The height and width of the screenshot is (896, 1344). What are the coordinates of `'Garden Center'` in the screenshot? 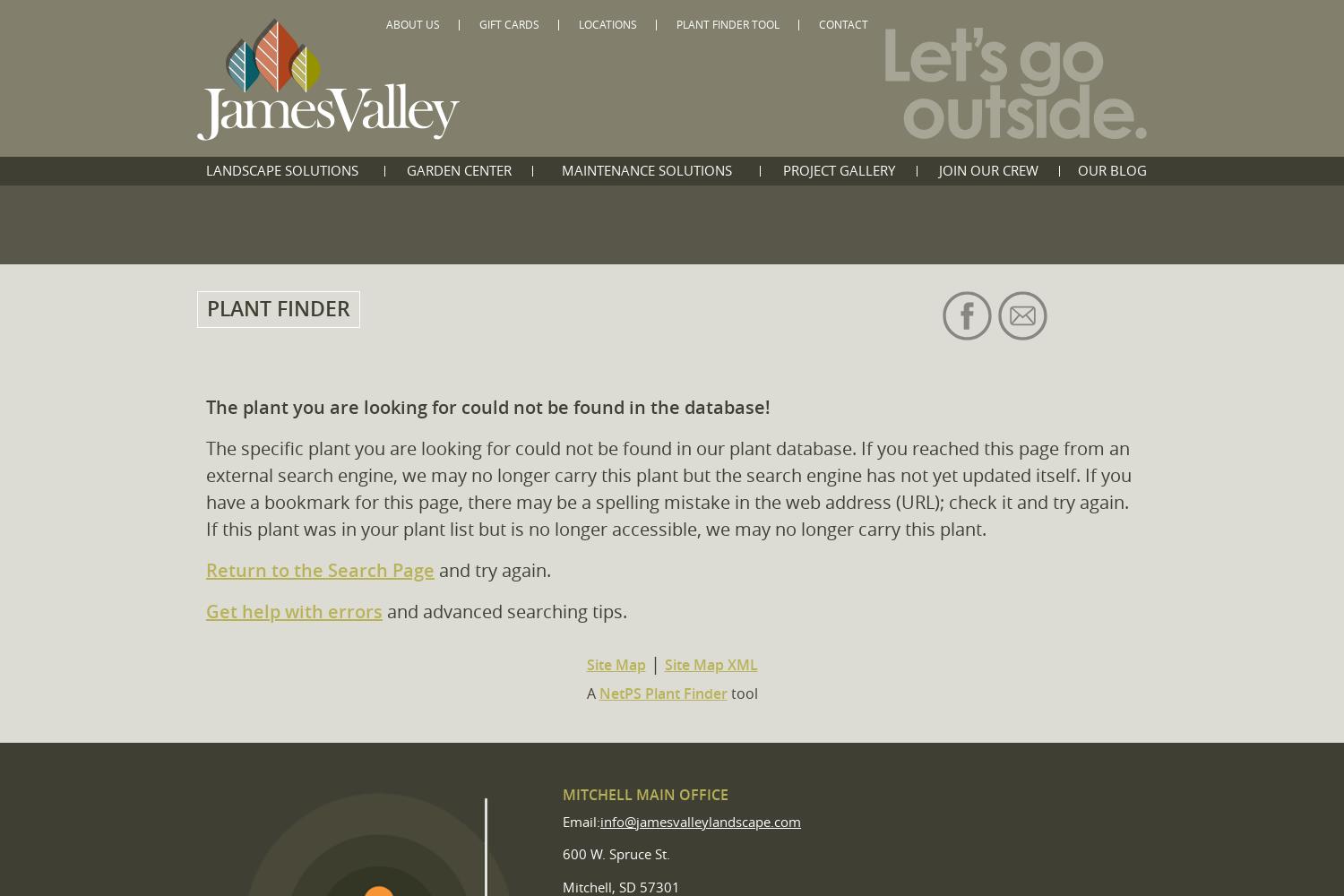 It's located at (405, 169).